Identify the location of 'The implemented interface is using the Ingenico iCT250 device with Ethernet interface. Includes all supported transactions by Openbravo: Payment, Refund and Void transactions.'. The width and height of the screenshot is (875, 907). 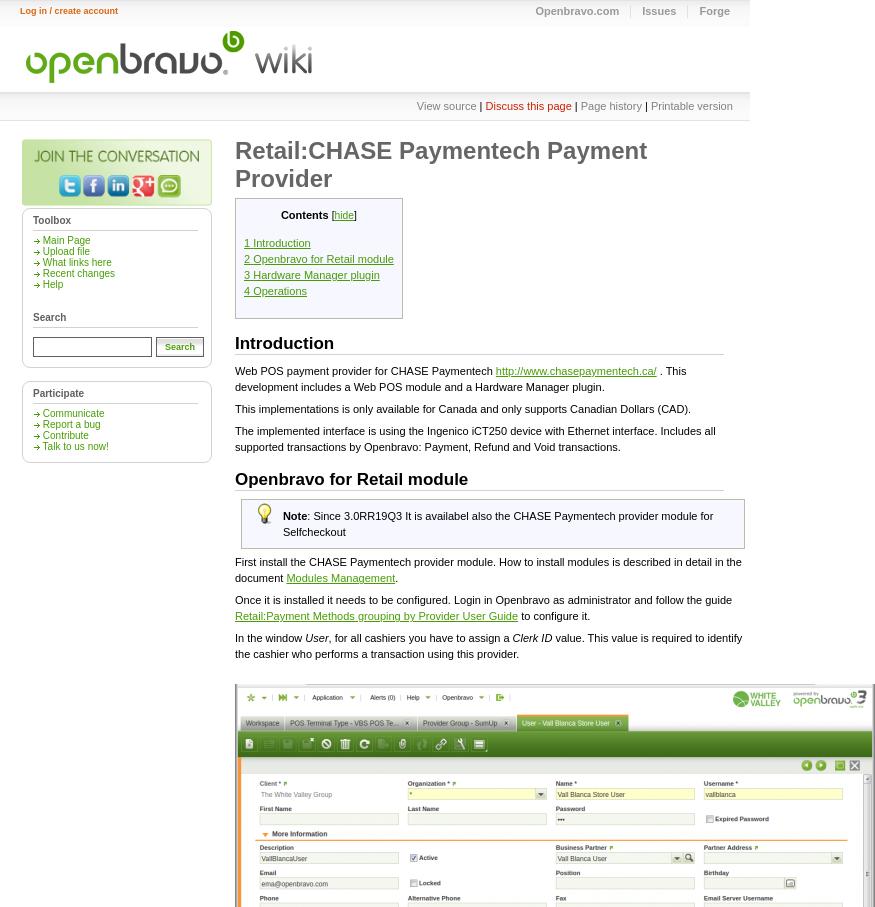
(475, 436).